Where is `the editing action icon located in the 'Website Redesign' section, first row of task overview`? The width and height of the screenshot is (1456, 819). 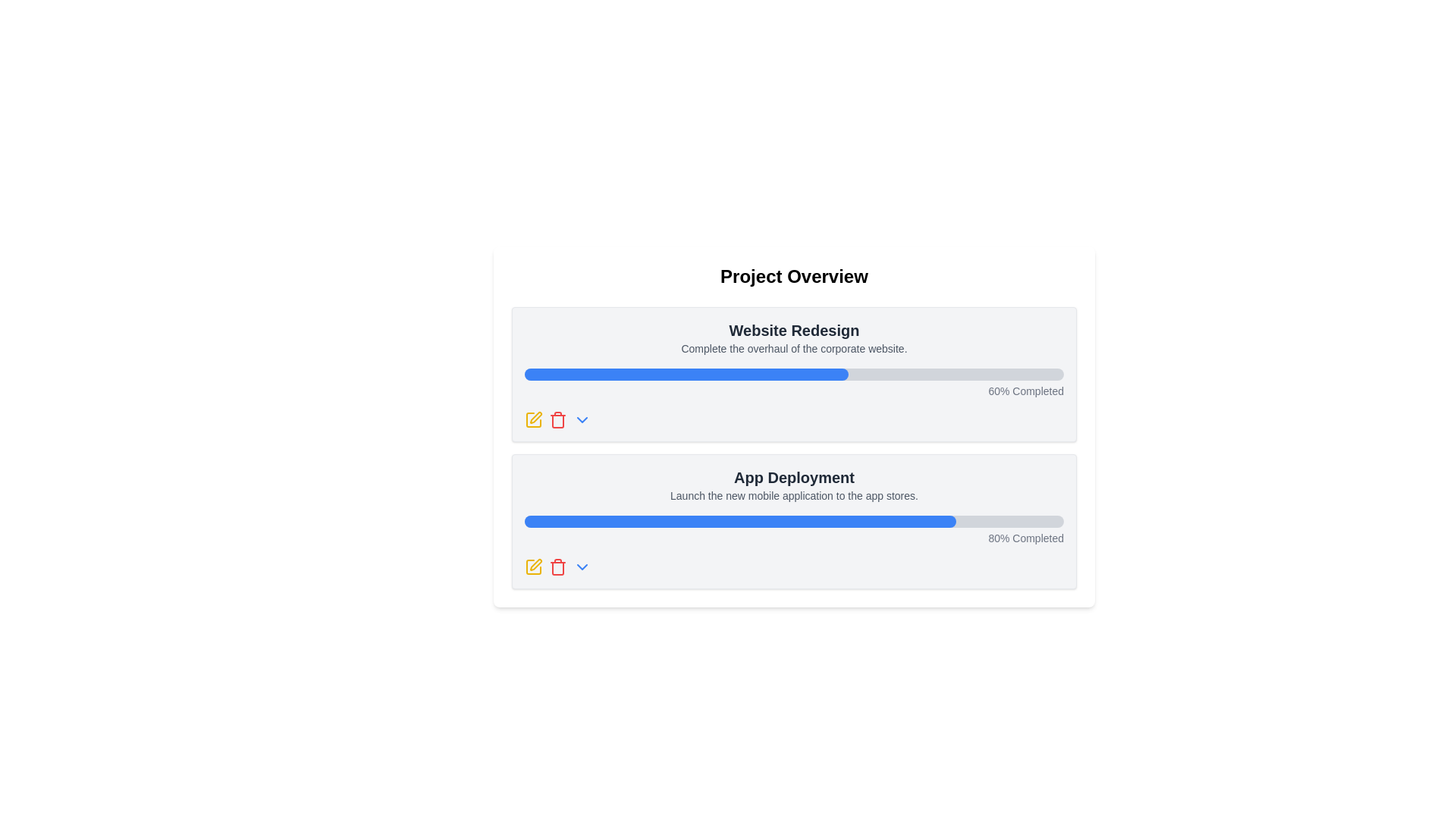
the editing action icon located in the 'Website Redesign' section, first row of task overview is located at coordinates (535, 418).